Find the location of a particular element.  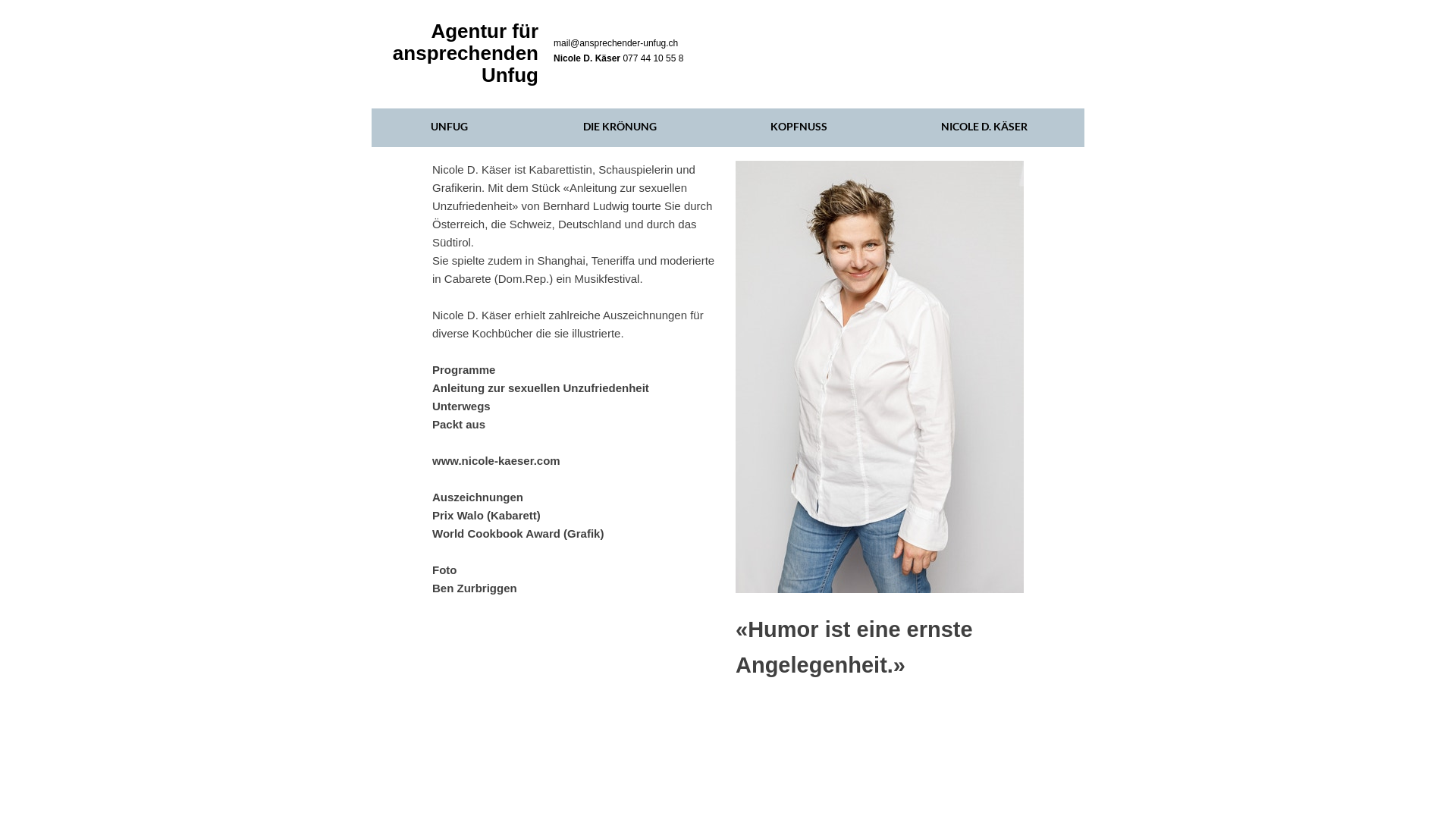

'mail@ansprechender-unfug.ch' is located at coordinates (615, 42).